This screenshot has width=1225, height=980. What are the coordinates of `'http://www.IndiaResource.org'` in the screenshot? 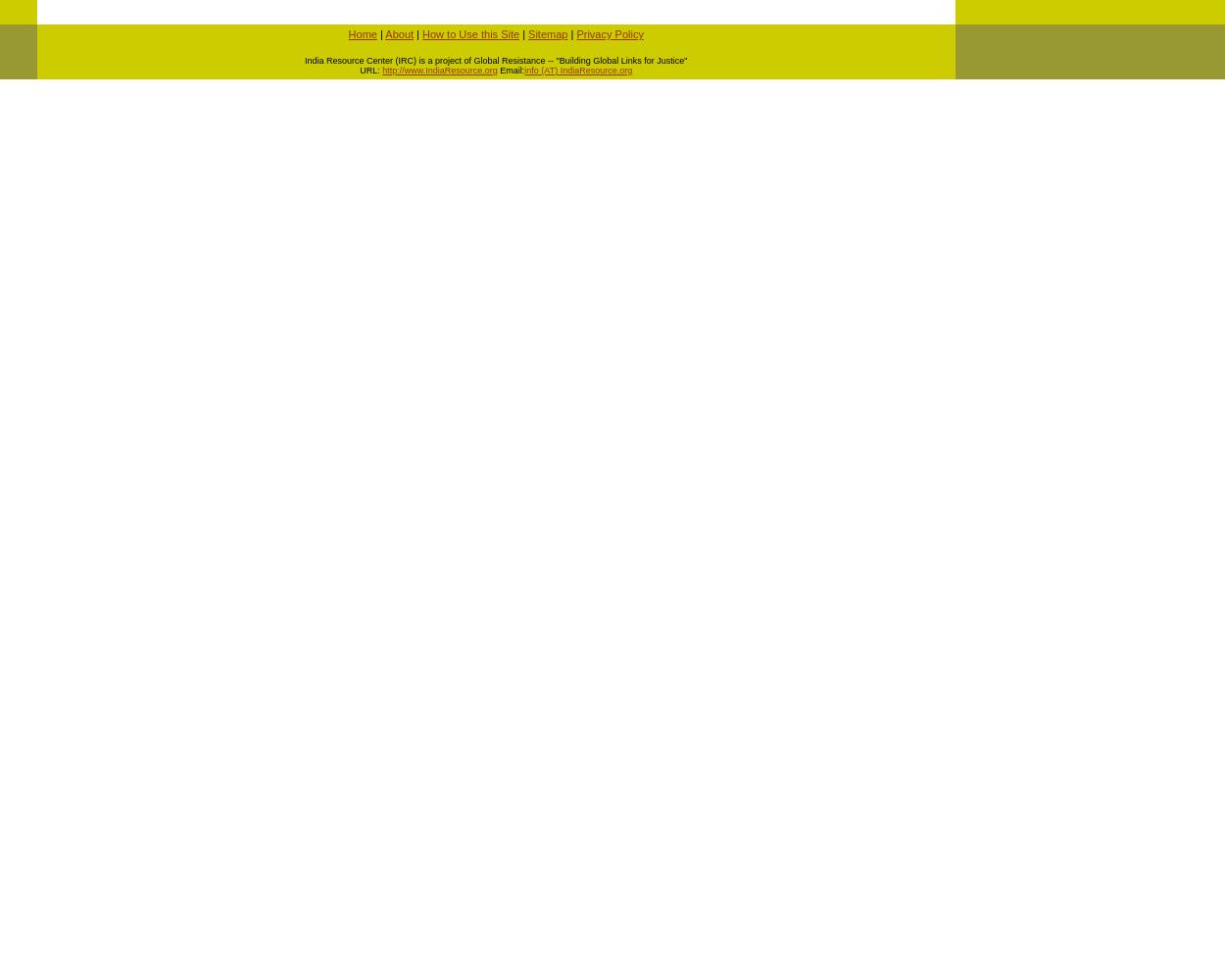 It's located at (438, 70).